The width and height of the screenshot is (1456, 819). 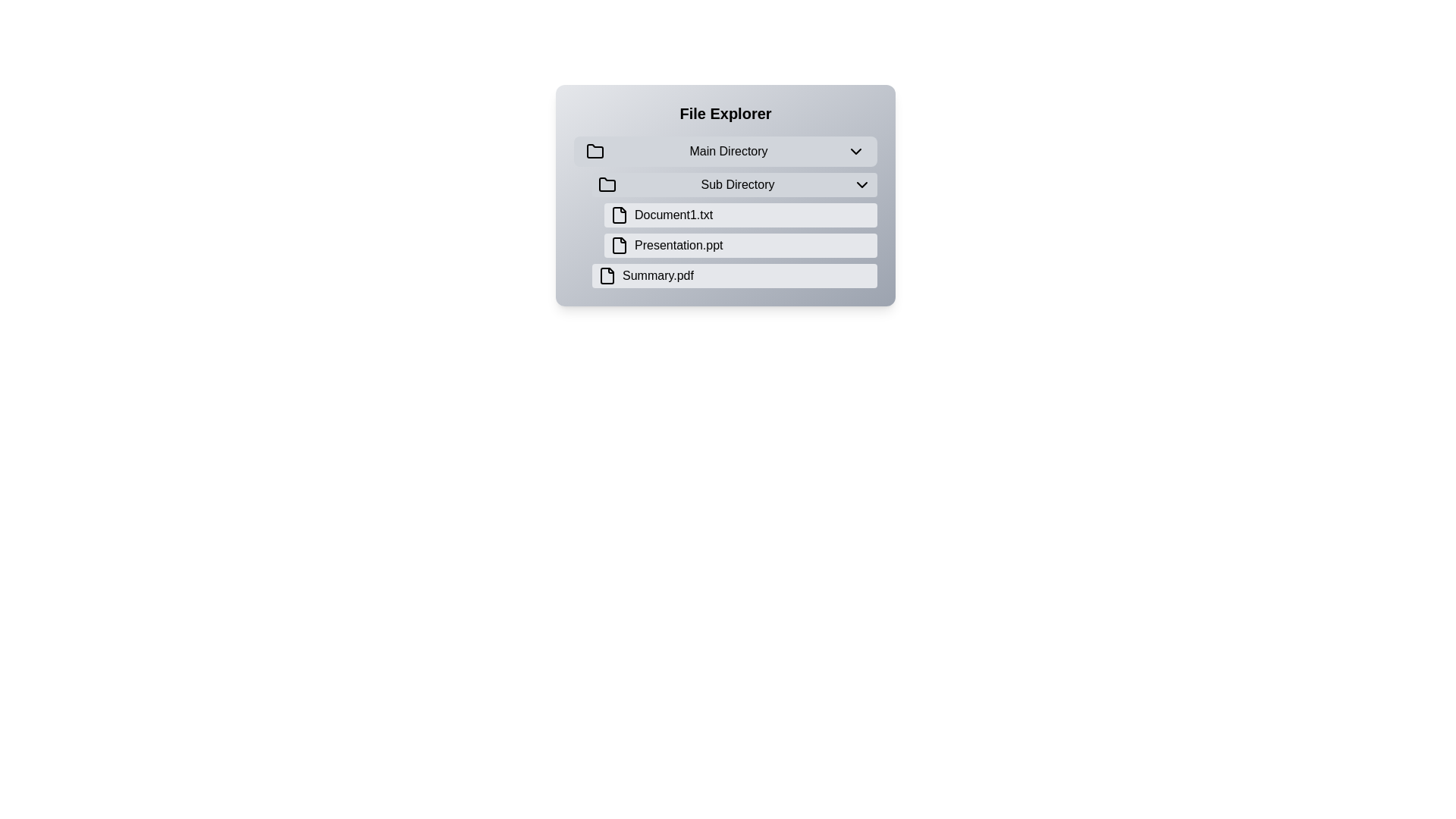 What do you see at coordinates (741, 215) in the screenshot?
I see `the first list item representing the file 'Document1.txt'` at bounding box center [741, 215].